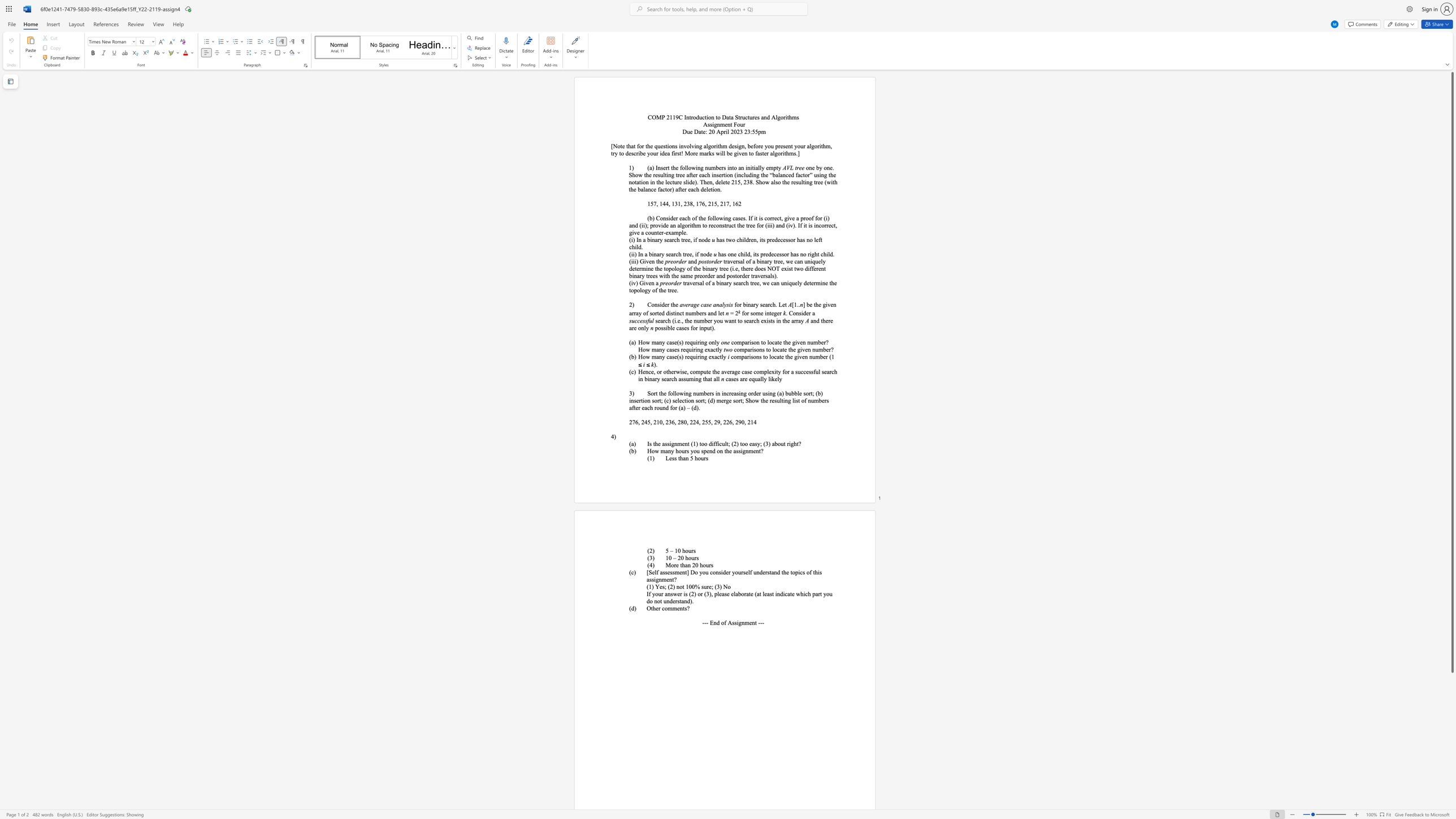 This screenshot has width=1456, height=819. What do you see at coordinates (658, 239) in the screenshot?
I see `the 1th character "r" in the text` at bounding box center [658, 239].